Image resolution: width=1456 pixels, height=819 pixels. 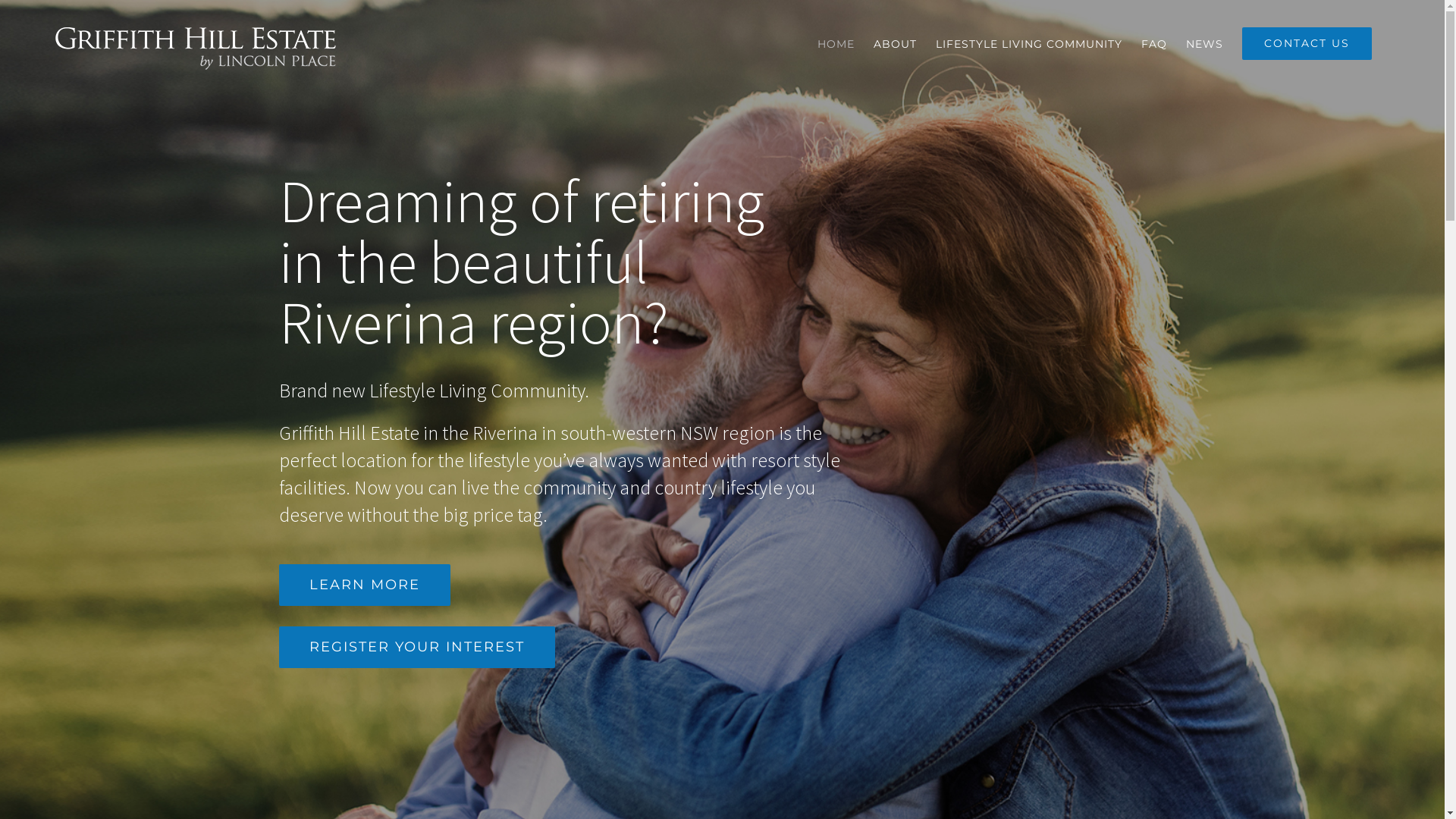 I want to click on 'NEWS', so click(x=1185, y=42).